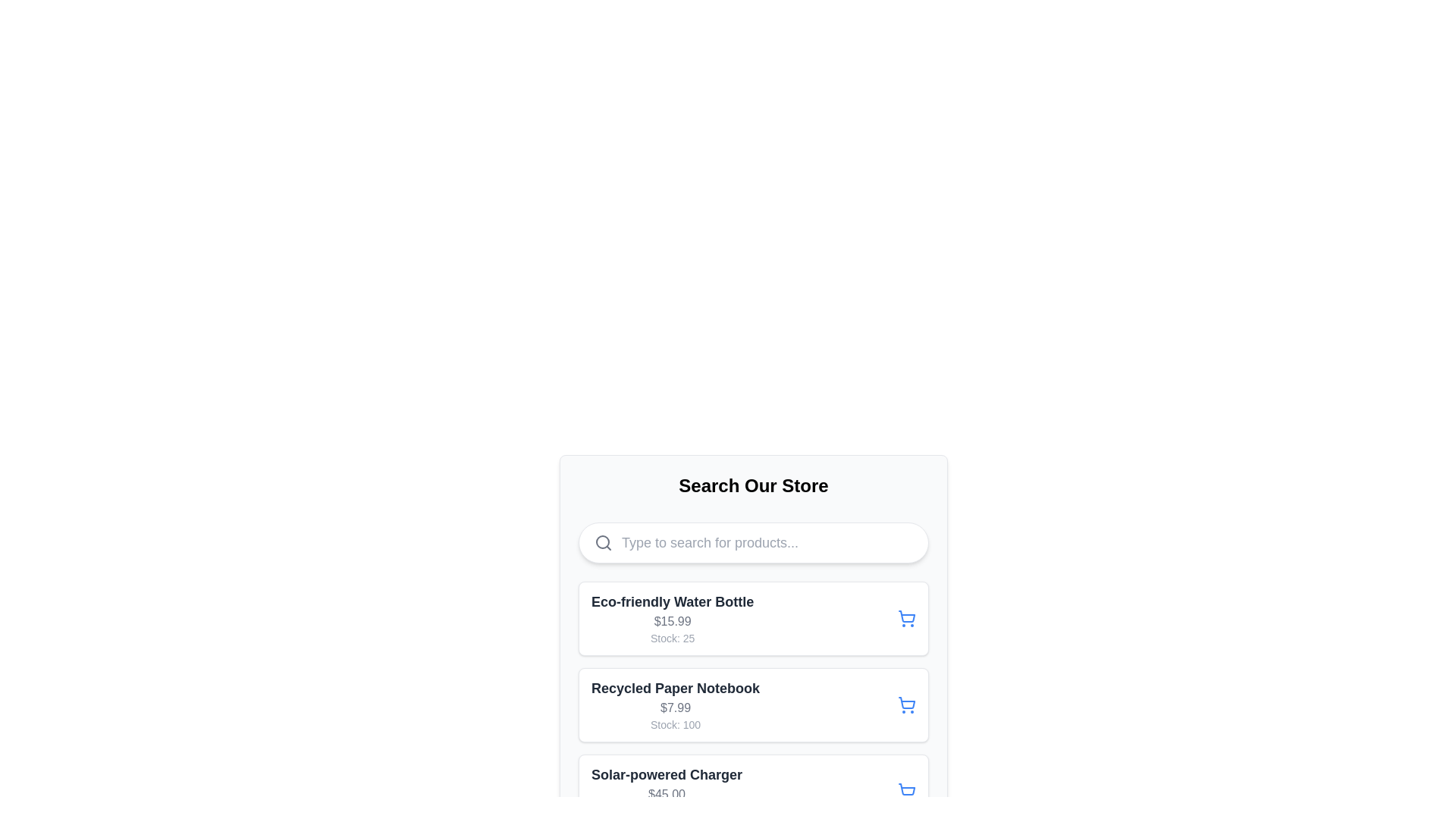 The height and width of the screenshot is (819, 1456). Describe the element at coordinates (767, 542) in the screenshot. I see `the rectangular text input field with placeholder text 'Type to search for products...' to focus on it` at that location.